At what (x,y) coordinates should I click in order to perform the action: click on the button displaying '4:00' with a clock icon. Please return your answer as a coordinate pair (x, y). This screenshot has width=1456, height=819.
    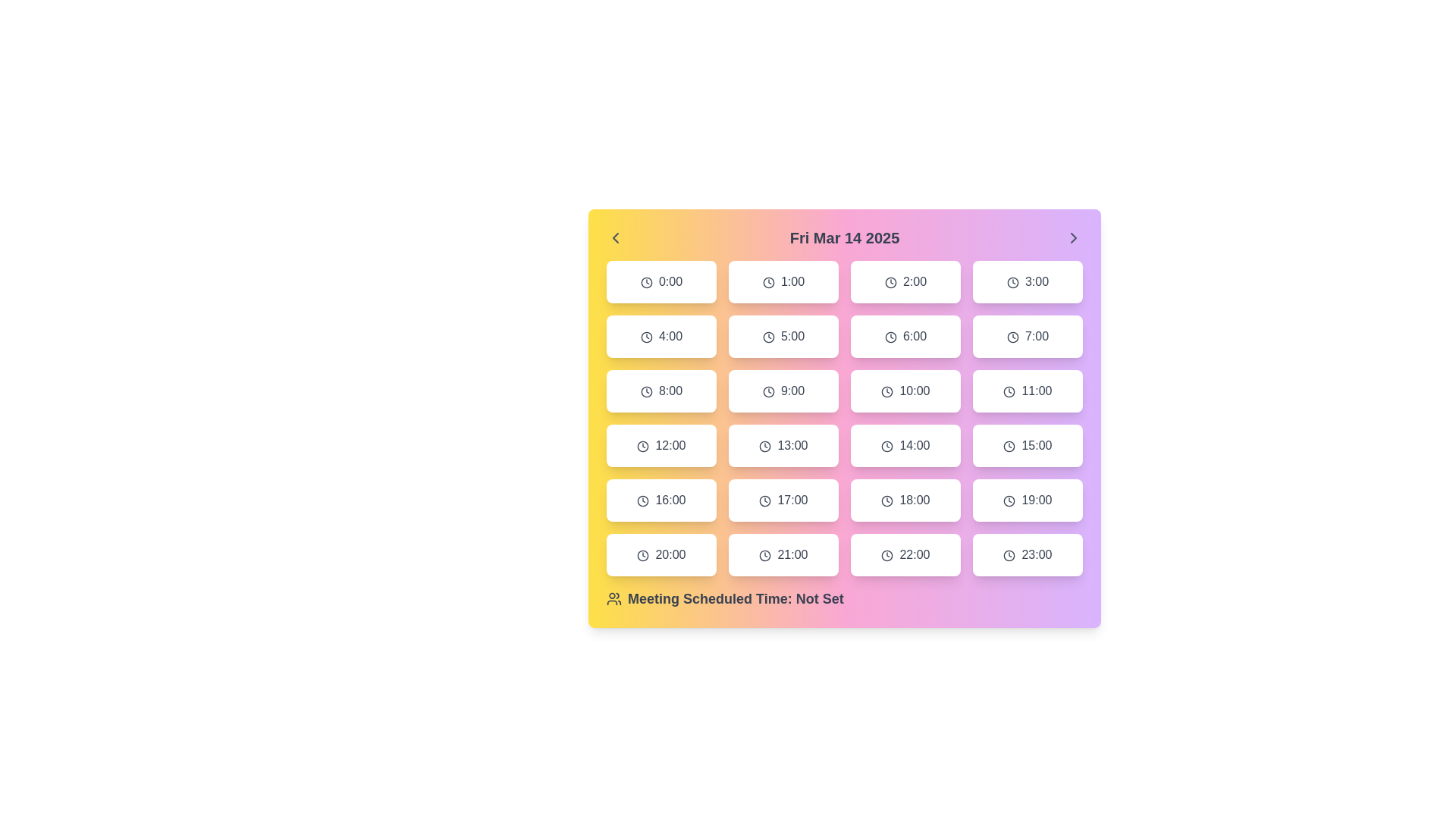
    Looking at the image, I should click on (661, 335).